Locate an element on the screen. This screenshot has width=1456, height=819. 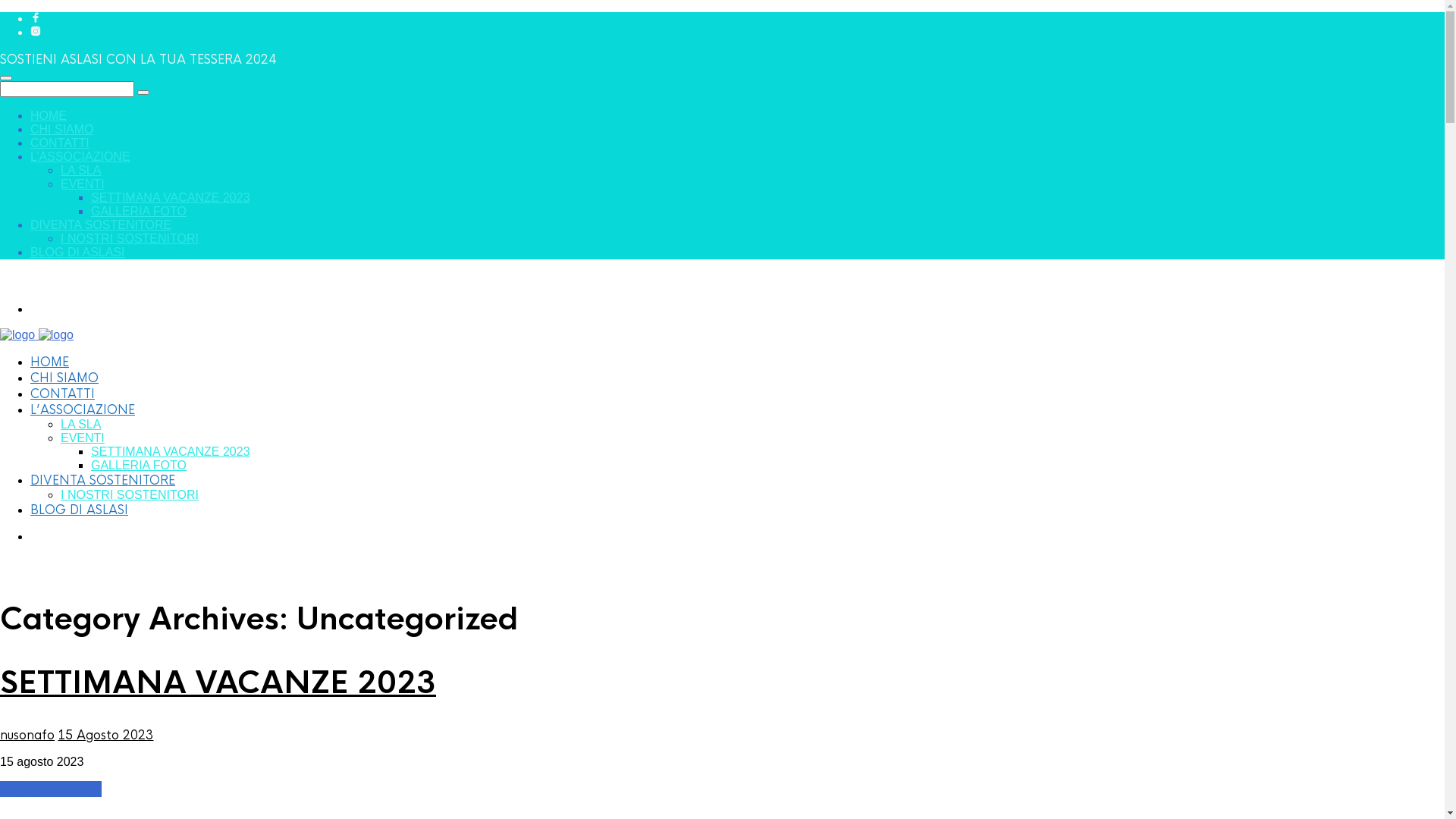
'I NOSTRI SOSTENITORI' is located at coordinates (130, 494).